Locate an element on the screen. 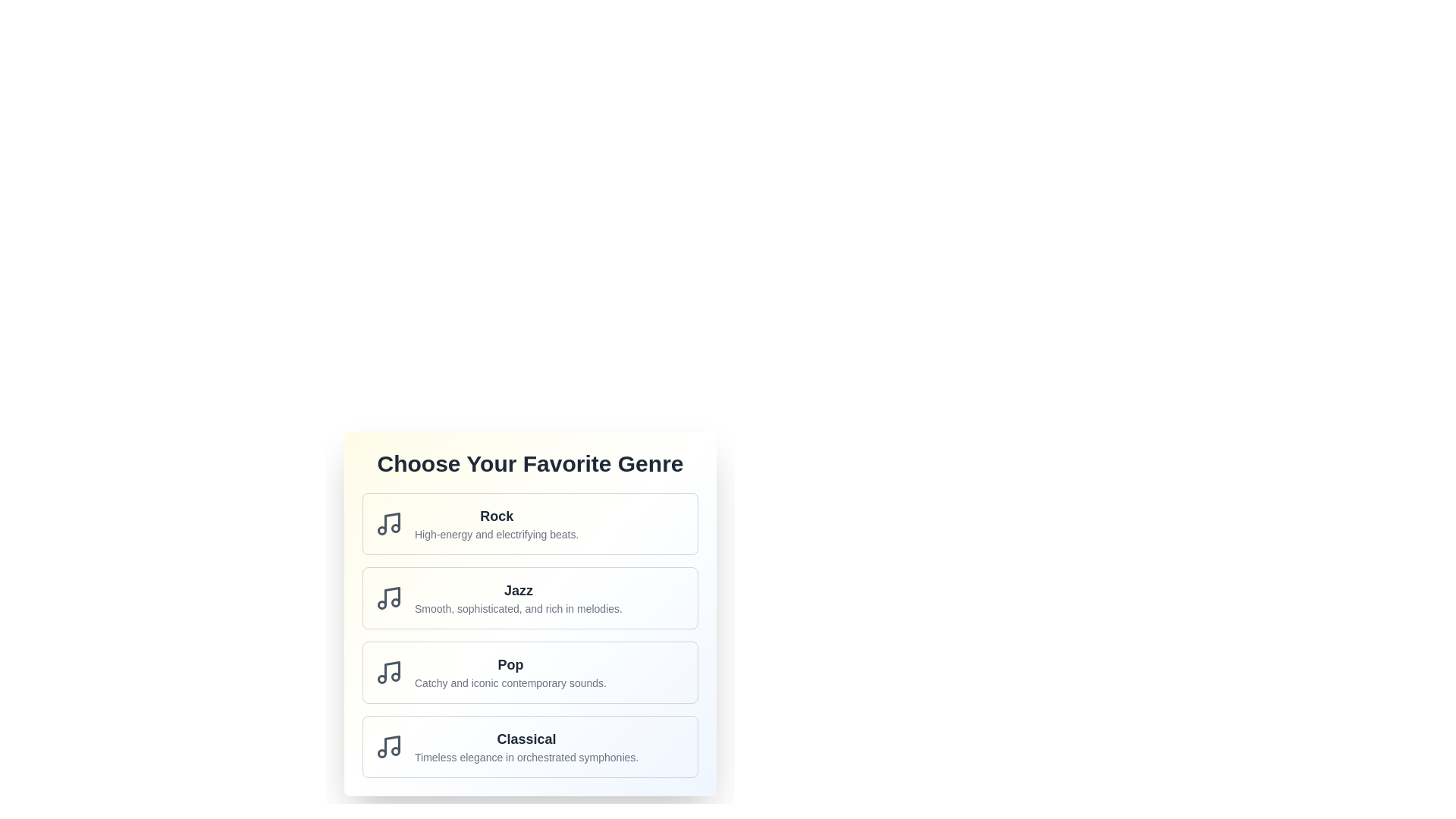 Image resolution: width=1456 pixels, height=819 pixels. the 'Classical' button-like card component using keyboard navigation is located at coordinates (530, 745).